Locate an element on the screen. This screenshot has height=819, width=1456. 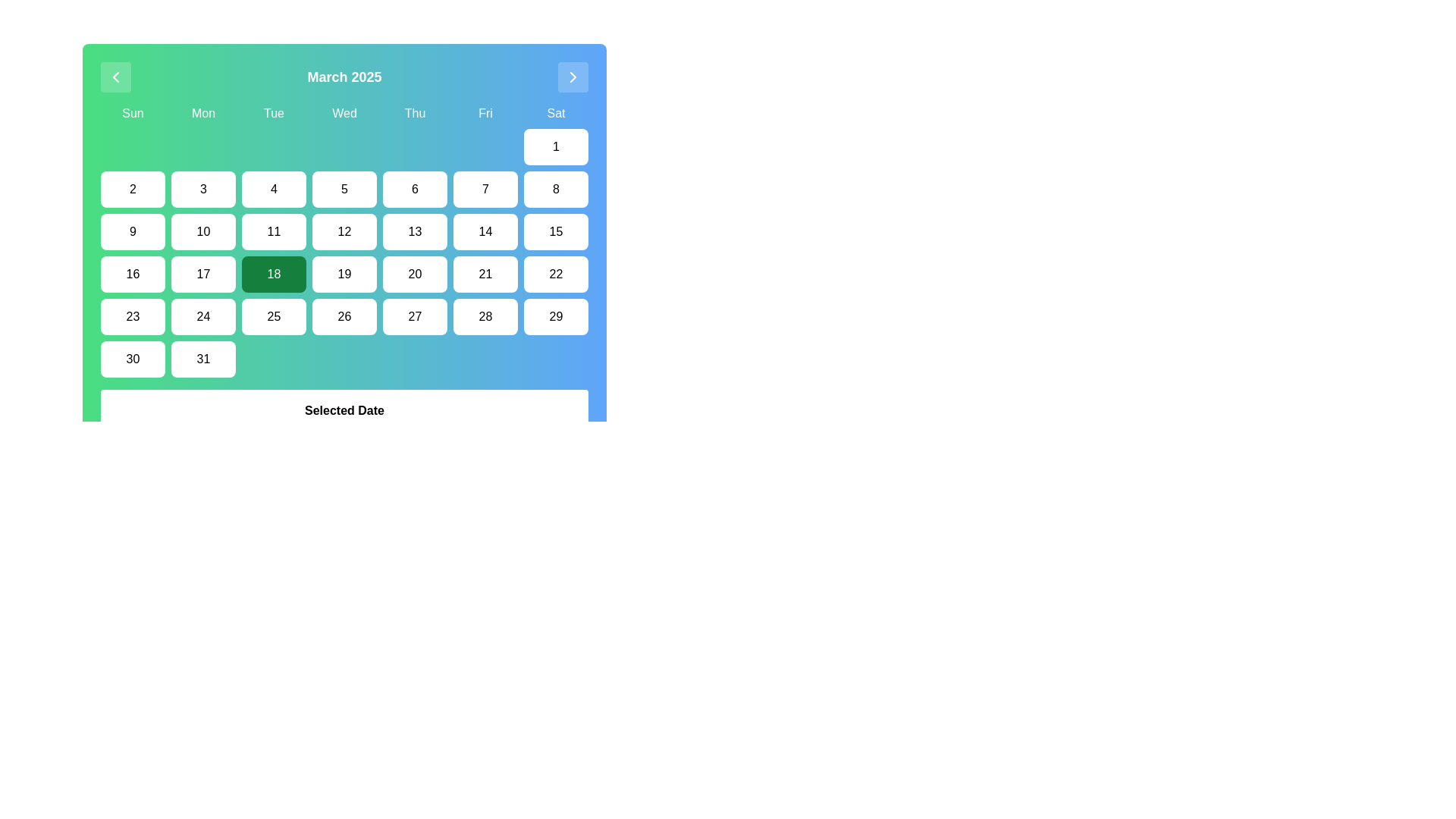
the button representing the 16th date in the calendar grid is located at coordinates (133, 275).